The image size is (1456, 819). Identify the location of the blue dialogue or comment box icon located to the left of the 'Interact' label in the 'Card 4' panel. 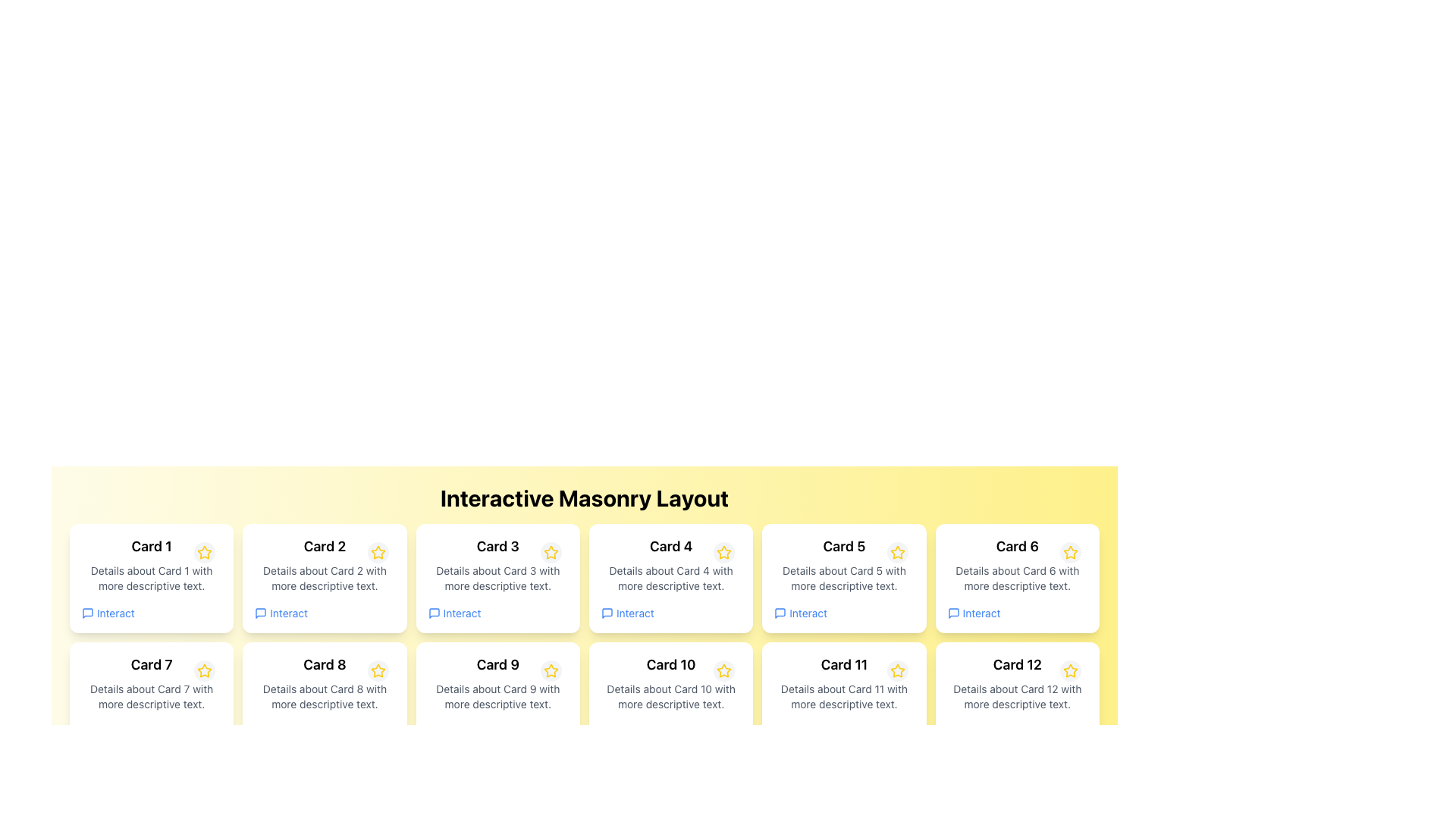
(607, 613).